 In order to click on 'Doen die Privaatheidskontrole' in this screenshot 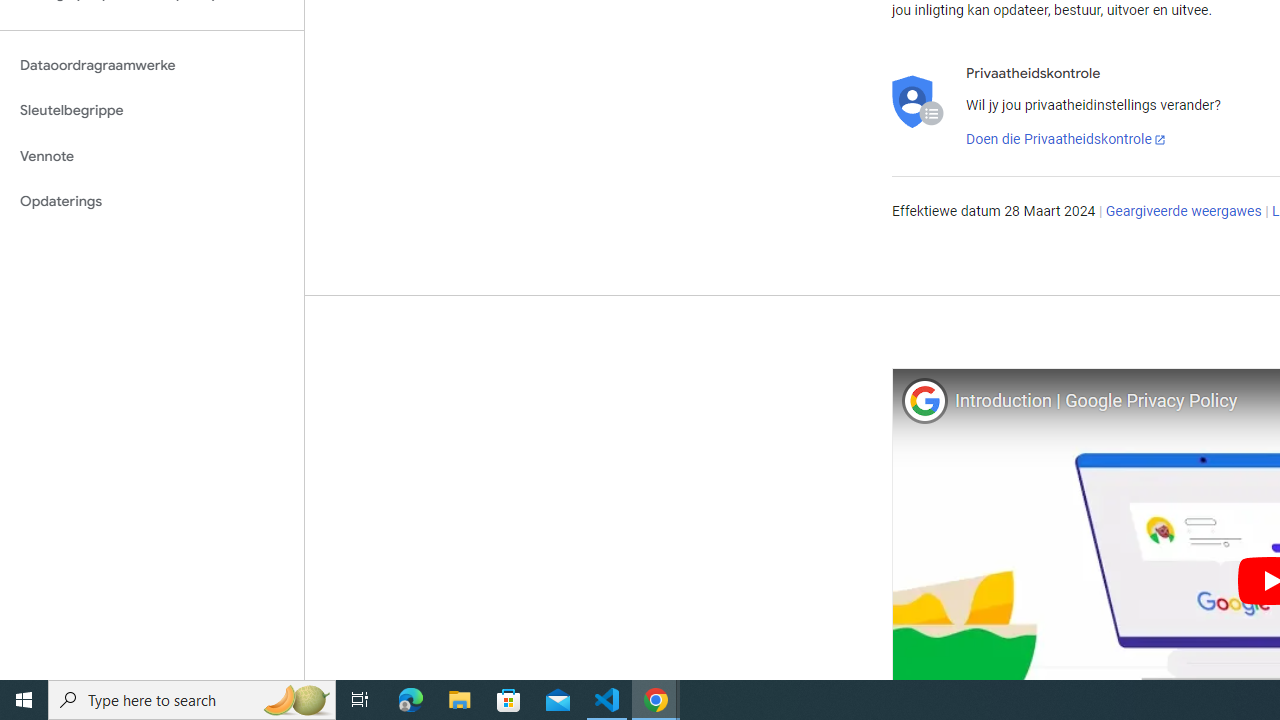, I will do `click(1065, 139)`.